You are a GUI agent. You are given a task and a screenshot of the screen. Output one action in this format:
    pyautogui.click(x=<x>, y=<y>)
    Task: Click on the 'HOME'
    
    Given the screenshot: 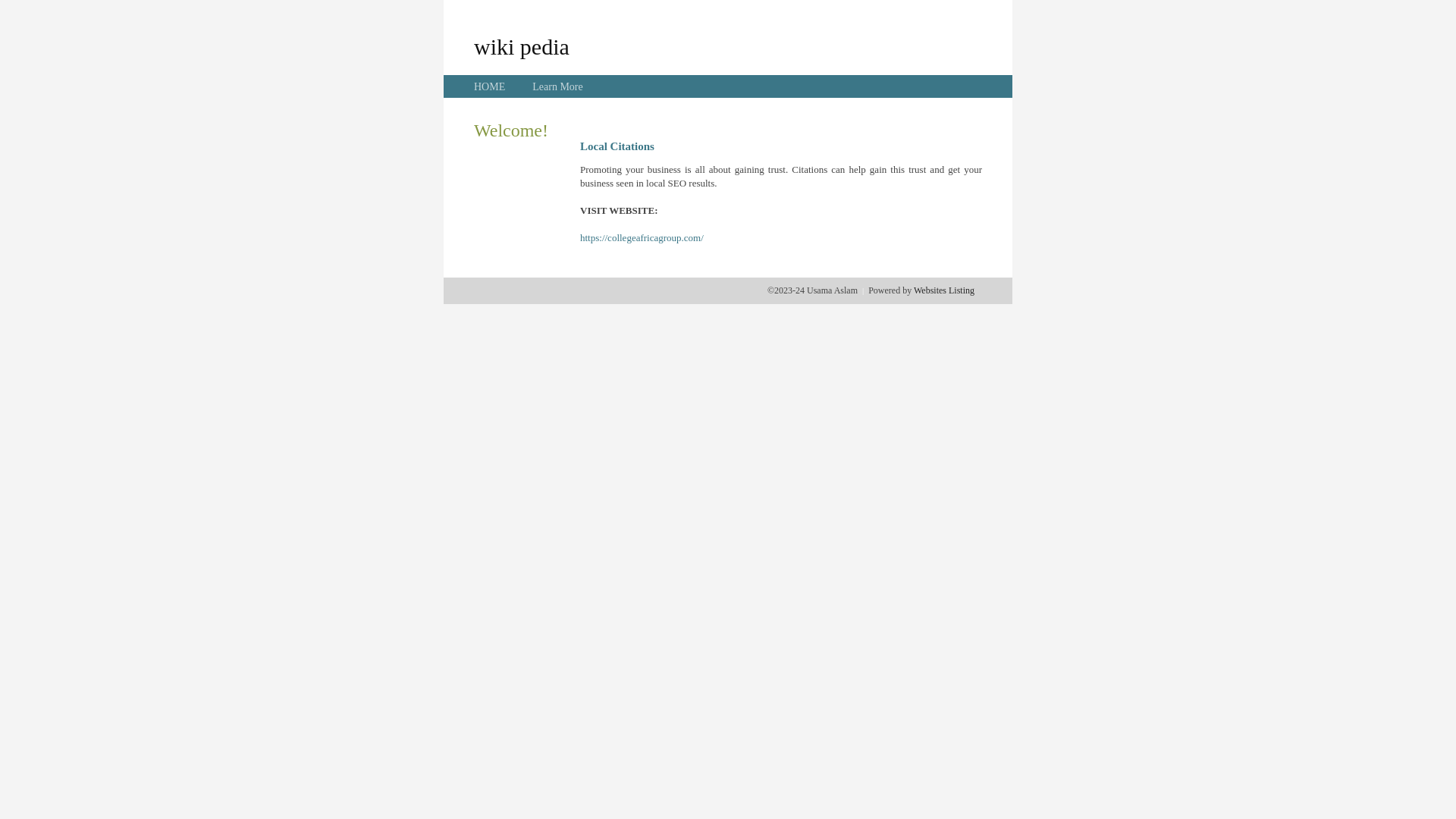 What is the action you would take?
    pyautogui.click(x=472, y=86)
    